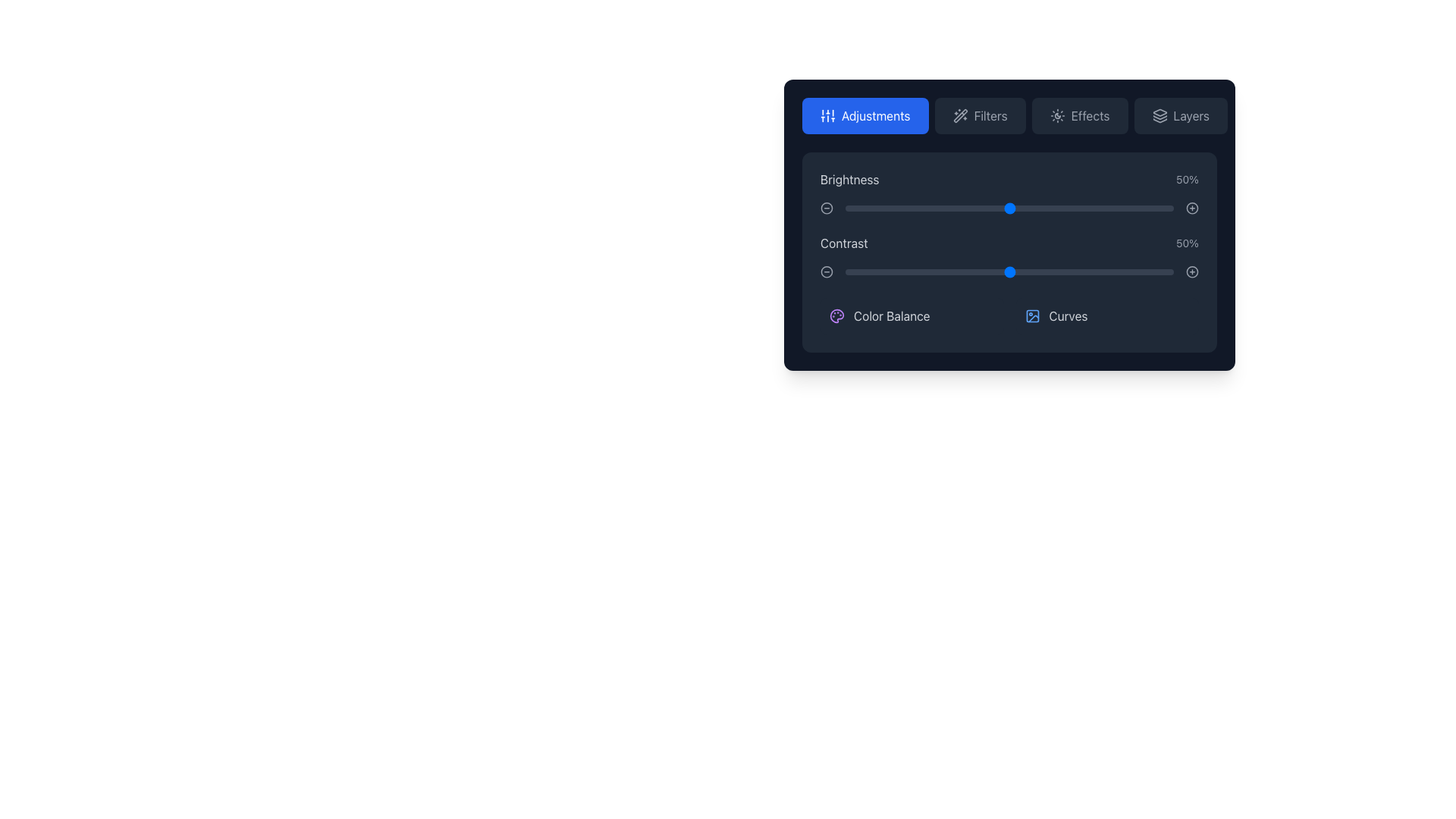 The image size is (1456, 819). Describe the element at coordinates (1074, 208) in the screenshot. I see `Brightness slider` at that location.